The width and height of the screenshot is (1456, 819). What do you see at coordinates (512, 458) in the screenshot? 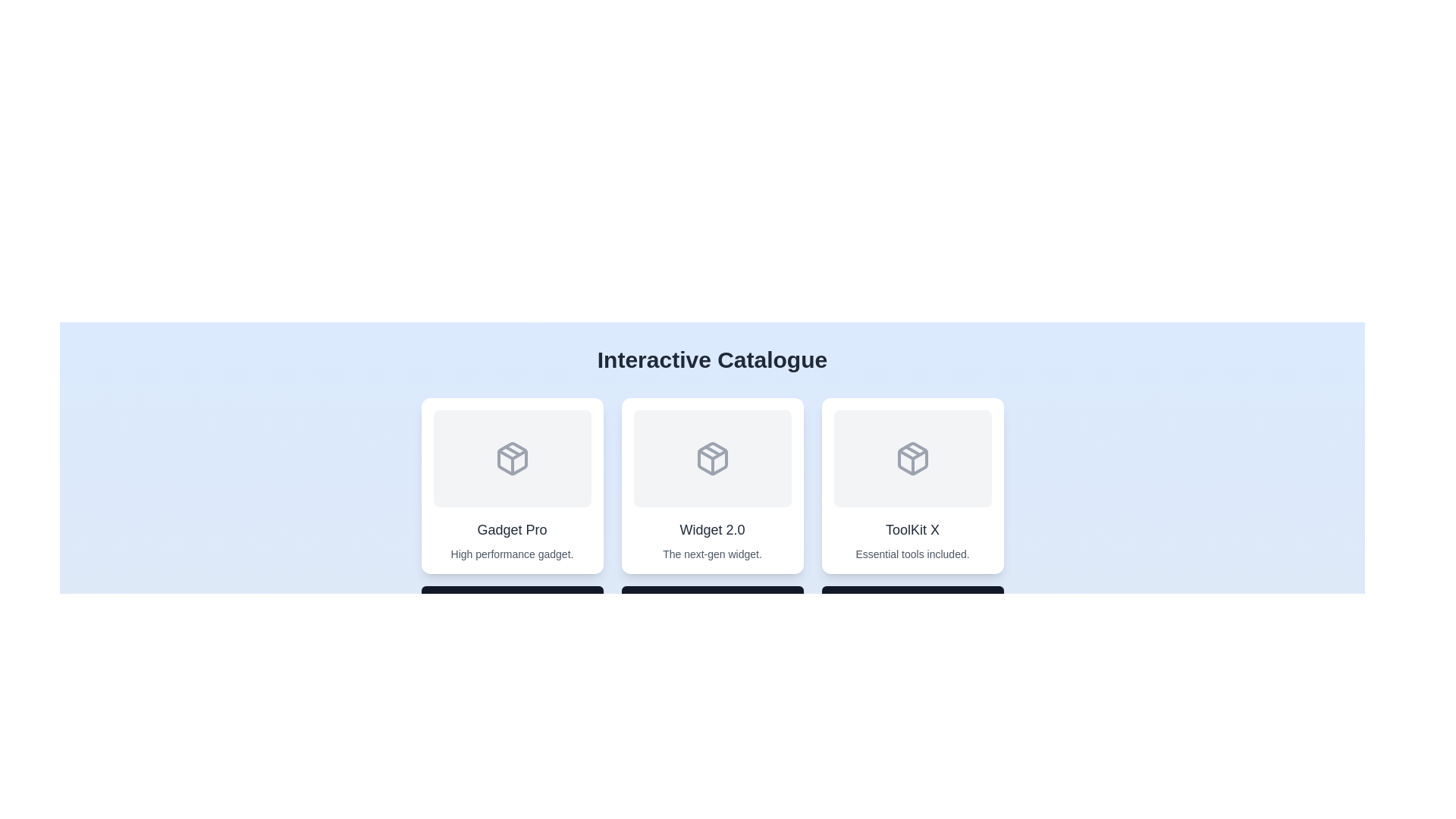
I see `the gray-colored 3D cube icon that is centered within the first card of the card layout, positioned below the title 'Interactive Catalogue' and above the text 'Gadget Pro'` at bounding box center [512, 458].